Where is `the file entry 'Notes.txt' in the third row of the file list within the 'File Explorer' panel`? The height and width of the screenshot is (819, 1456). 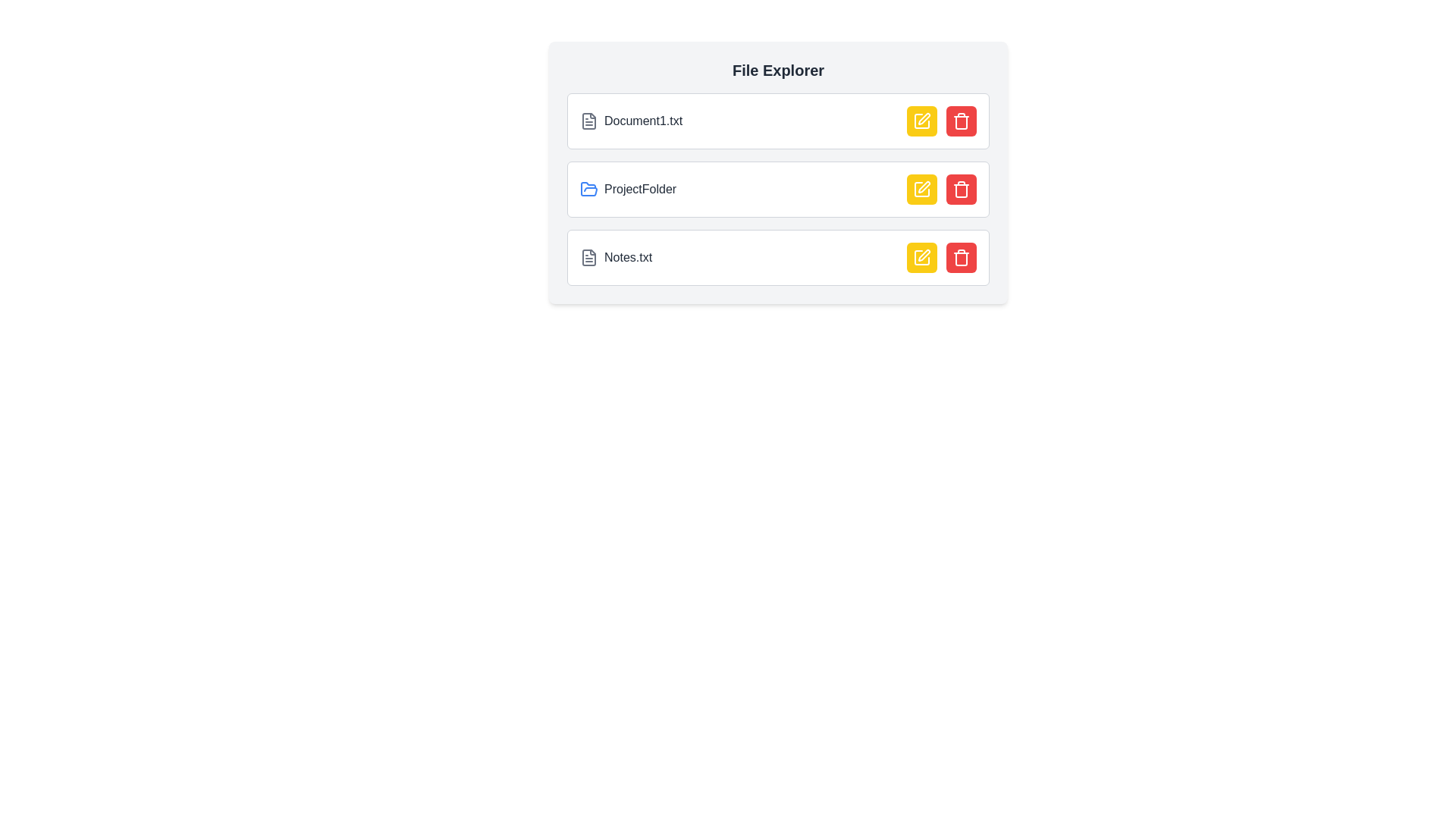 the file entry 'Notes.txt' in the third row of the file list within the 'File Explorer' panel is located at coordinates (778, 256).